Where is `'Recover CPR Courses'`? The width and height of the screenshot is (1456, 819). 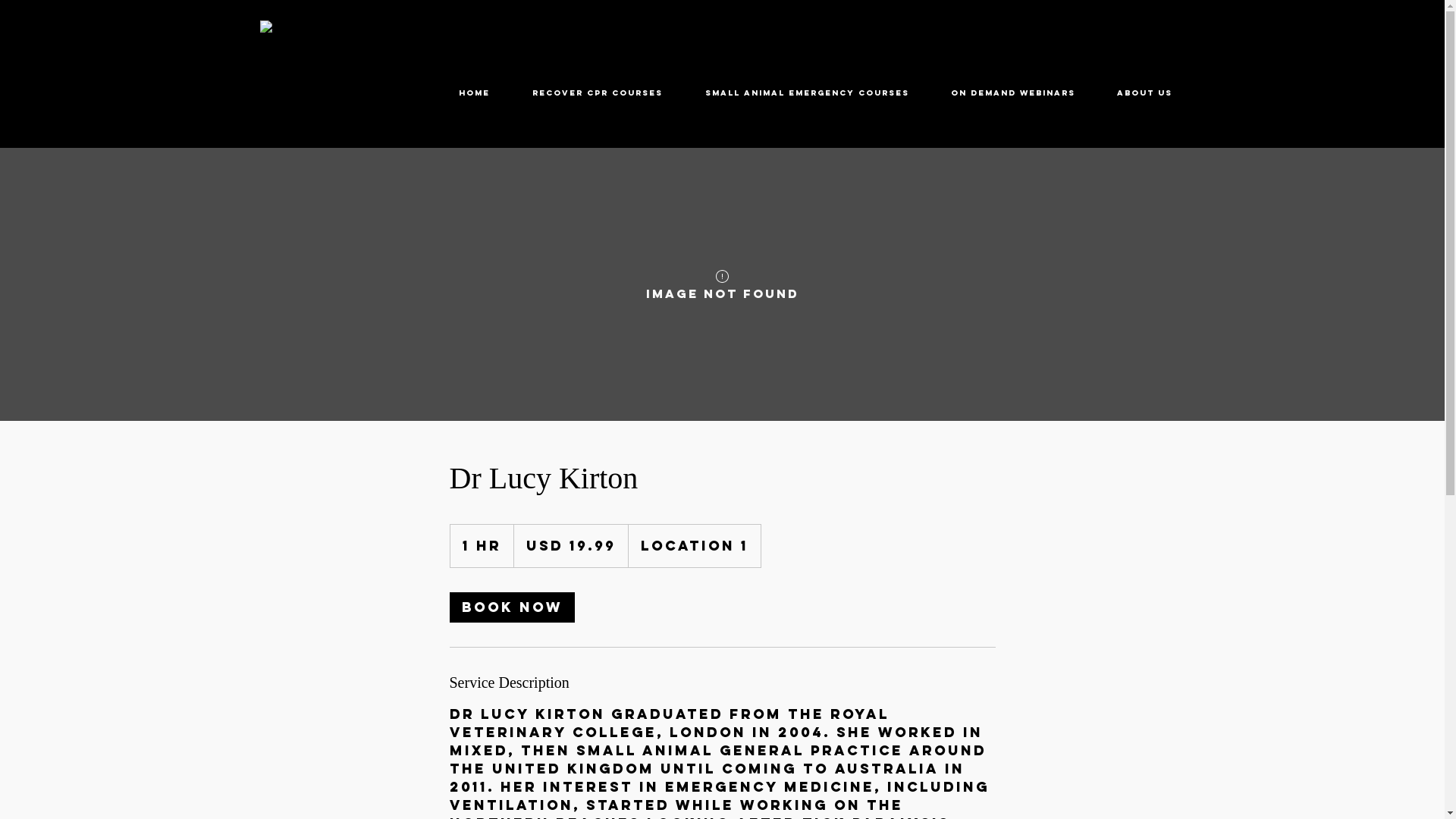 'Recover CPR Courses' is located at coordinates (596, 93).